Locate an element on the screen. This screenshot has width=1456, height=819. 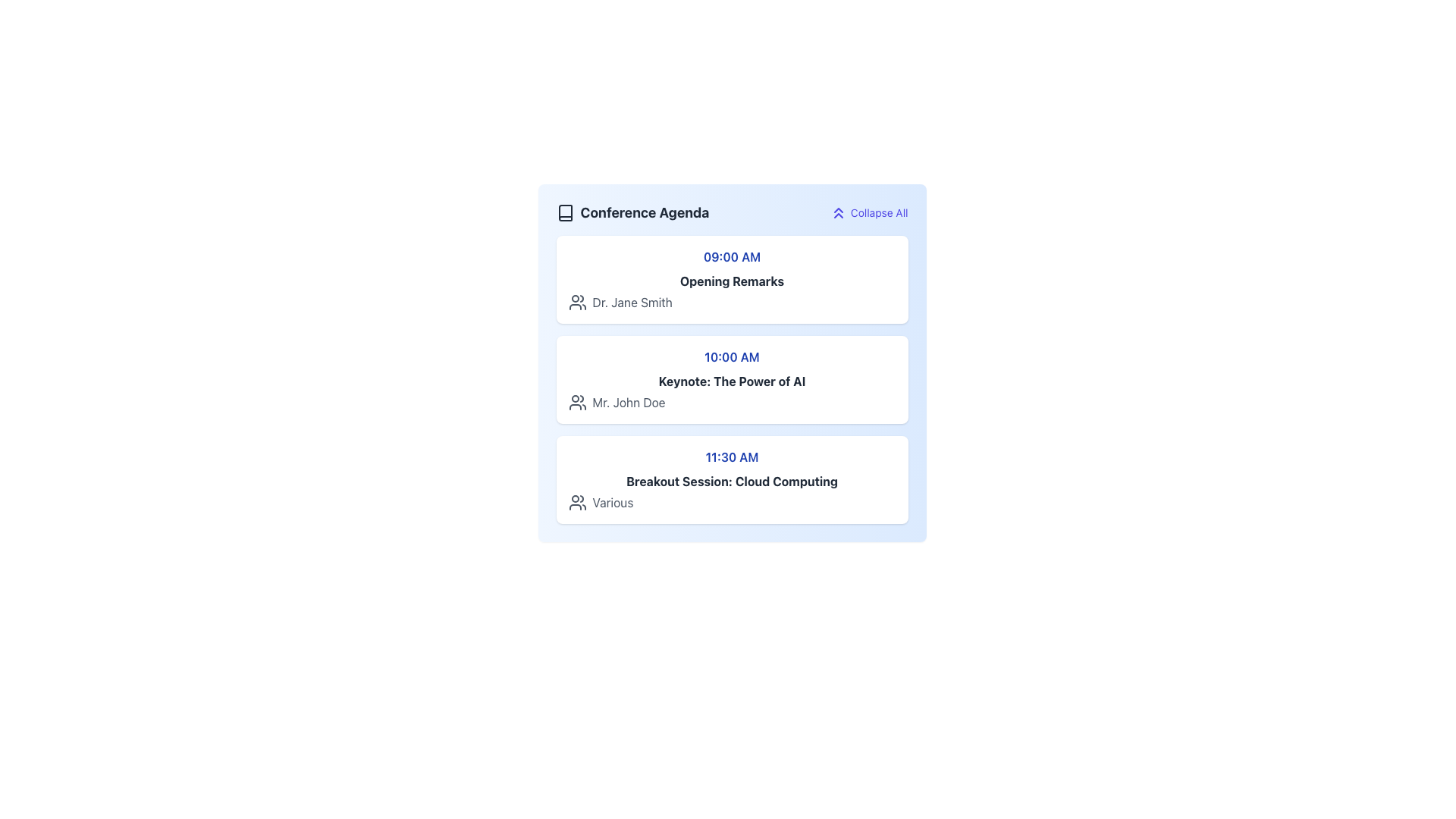
the text element indicating the title for the scheduled keynote session, which is positioned under the time label '10:00 AM' and above the name 'Mr. John Doe' is located at coordinates (732, 380).